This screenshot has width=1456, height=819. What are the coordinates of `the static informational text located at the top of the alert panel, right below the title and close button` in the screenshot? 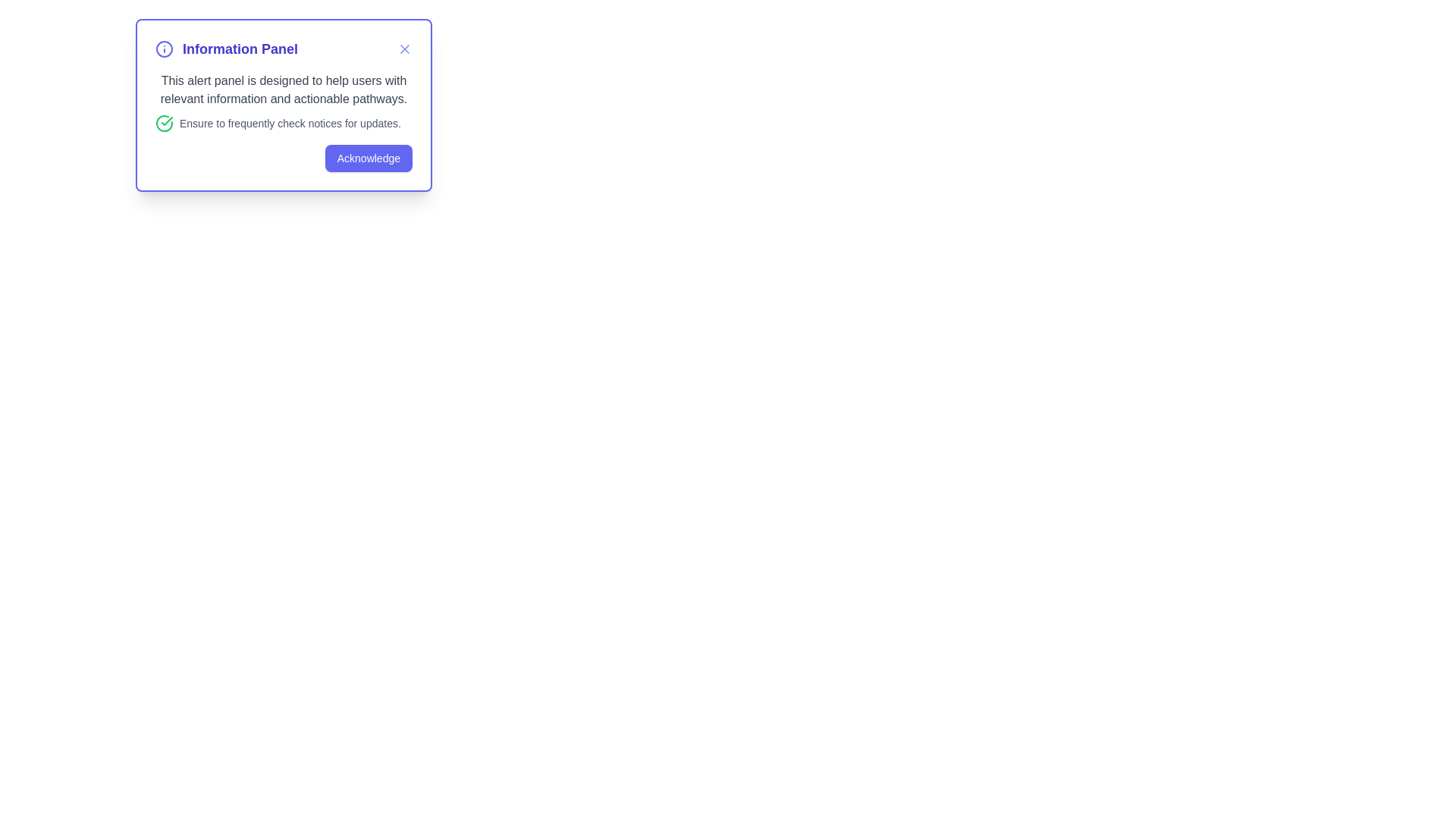 It's located at (284, 90).